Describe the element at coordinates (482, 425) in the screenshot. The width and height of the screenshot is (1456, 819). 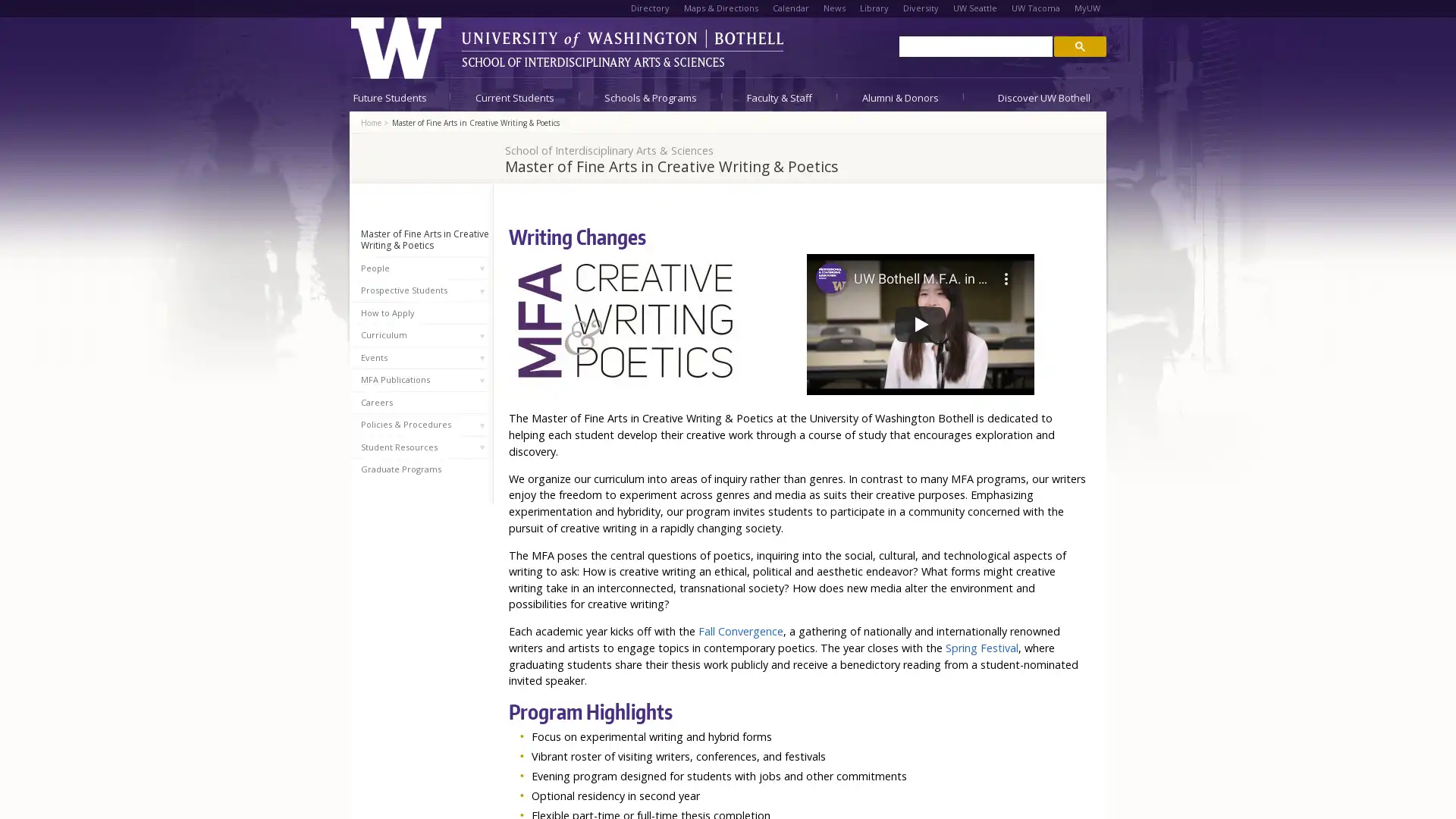
I see `Policies & Procedures Submenu` at that location.